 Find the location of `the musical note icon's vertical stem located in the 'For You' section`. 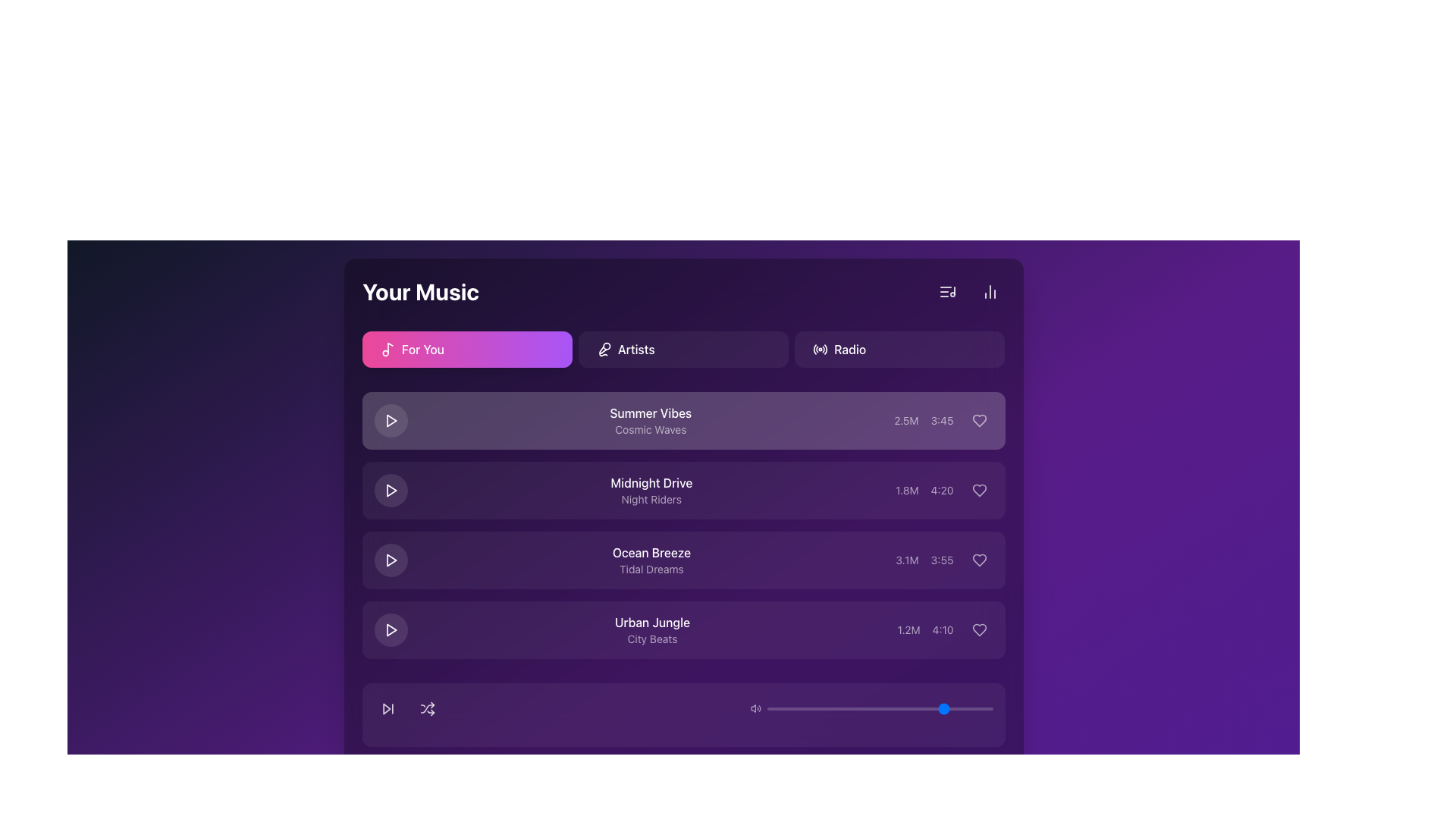

the musical note icon's vertical stem located in the 'For You' section is located at coordinates (390, 348).